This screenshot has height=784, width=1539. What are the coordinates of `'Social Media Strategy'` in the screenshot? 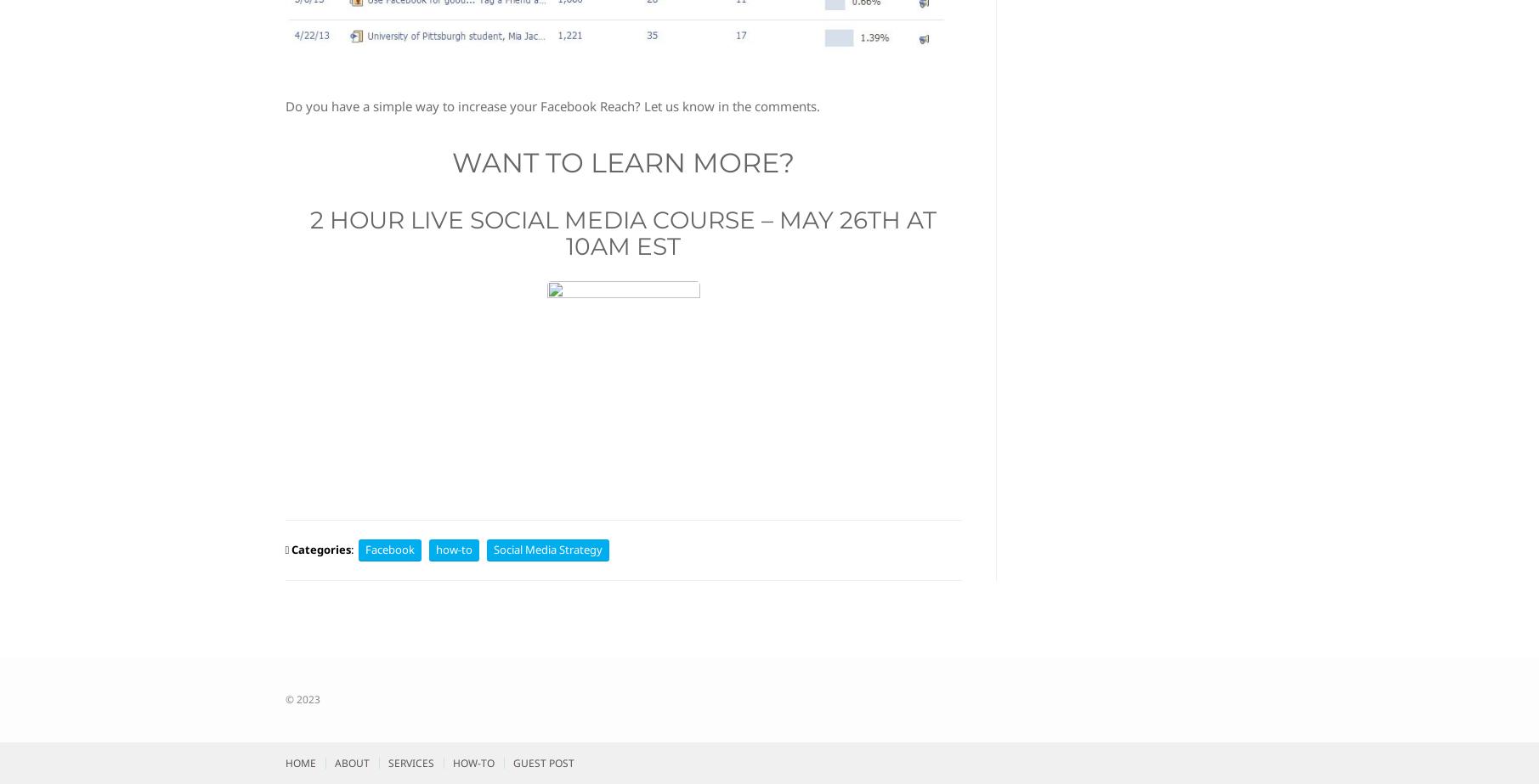 It's located at (492, 548).